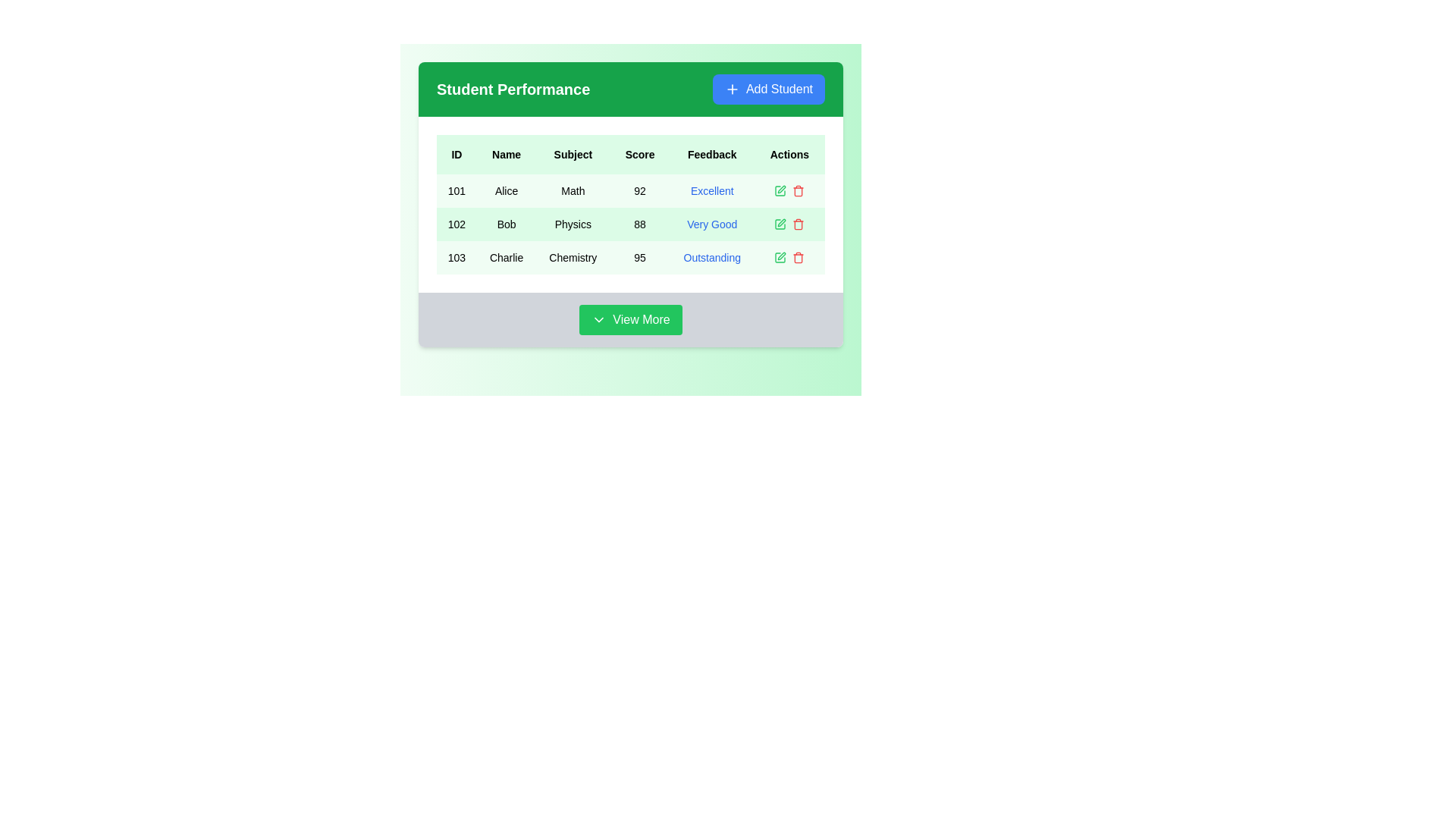  I want to click on the Table cell representing the score achieved by Alice in the 'Student Performance' section, located in the fourth column of the first row, so click(630, 205).